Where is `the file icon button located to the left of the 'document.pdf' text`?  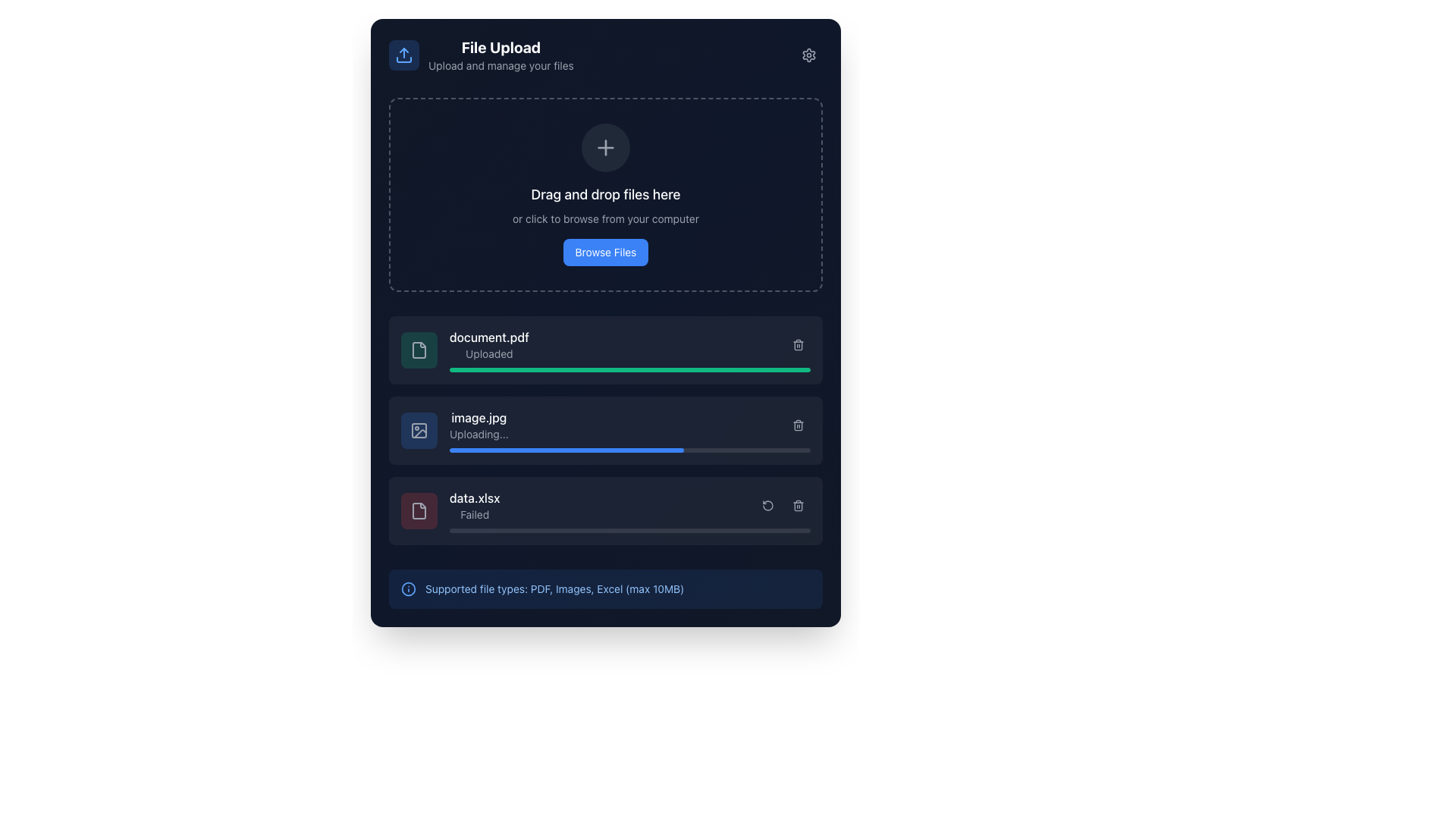 the file icon button located to the left of the 'document.pdf' text is located at coordinates (419, 350).